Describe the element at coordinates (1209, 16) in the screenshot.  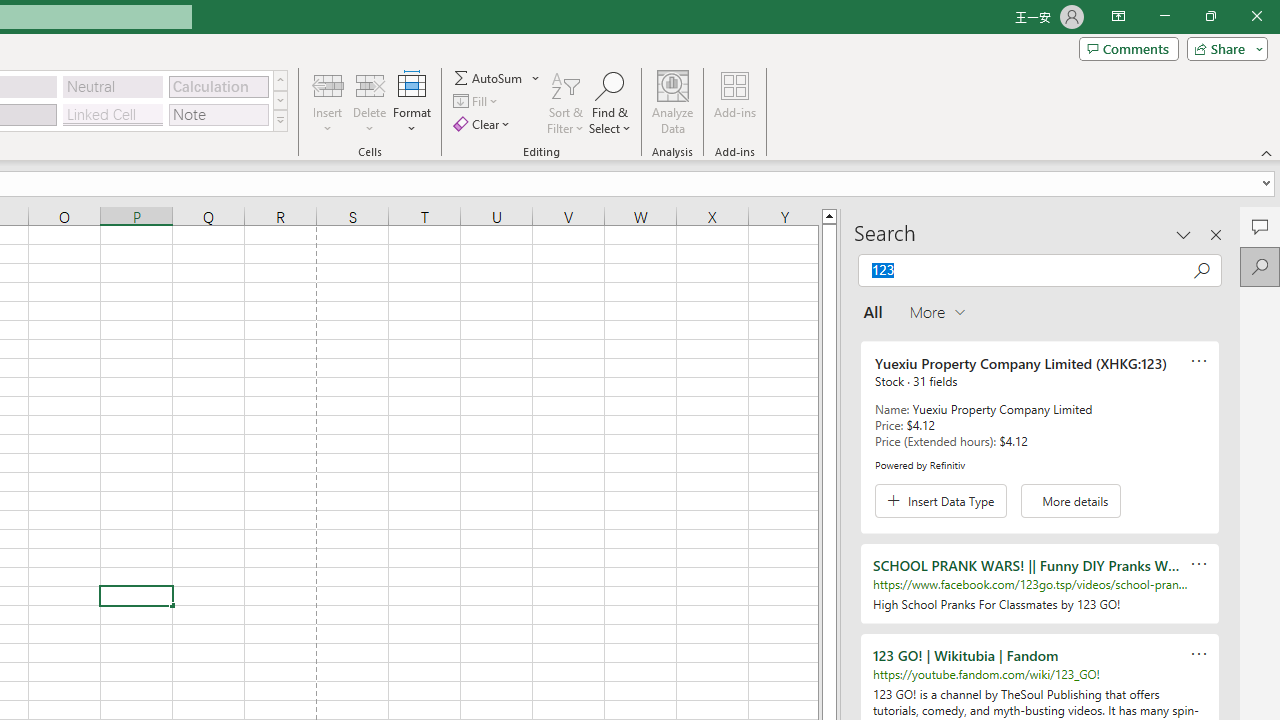
I see `'Restore Down'` at that location.